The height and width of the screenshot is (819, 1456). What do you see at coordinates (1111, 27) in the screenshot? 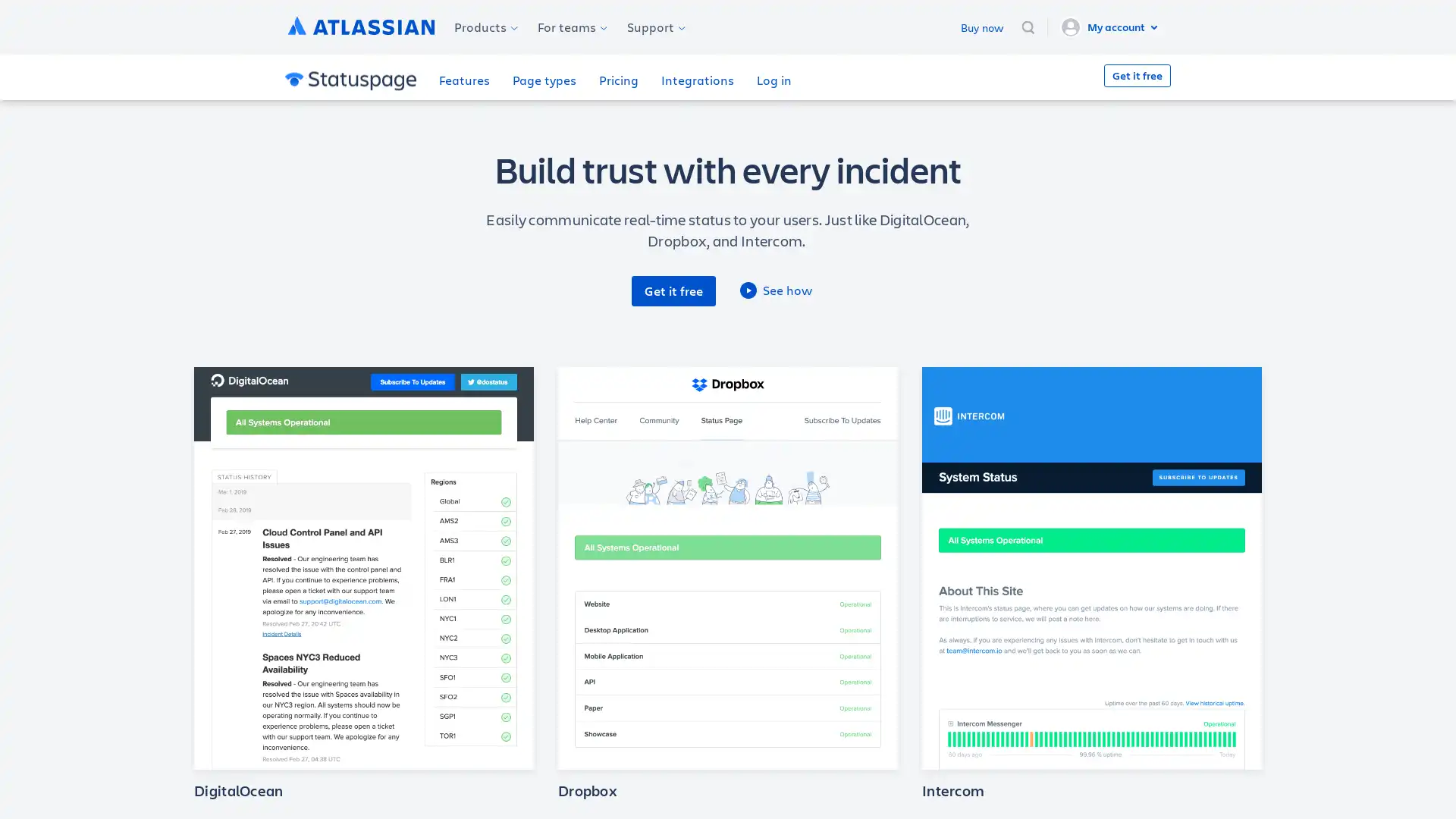
I see `My account open` at bounding box center [1111, 27].